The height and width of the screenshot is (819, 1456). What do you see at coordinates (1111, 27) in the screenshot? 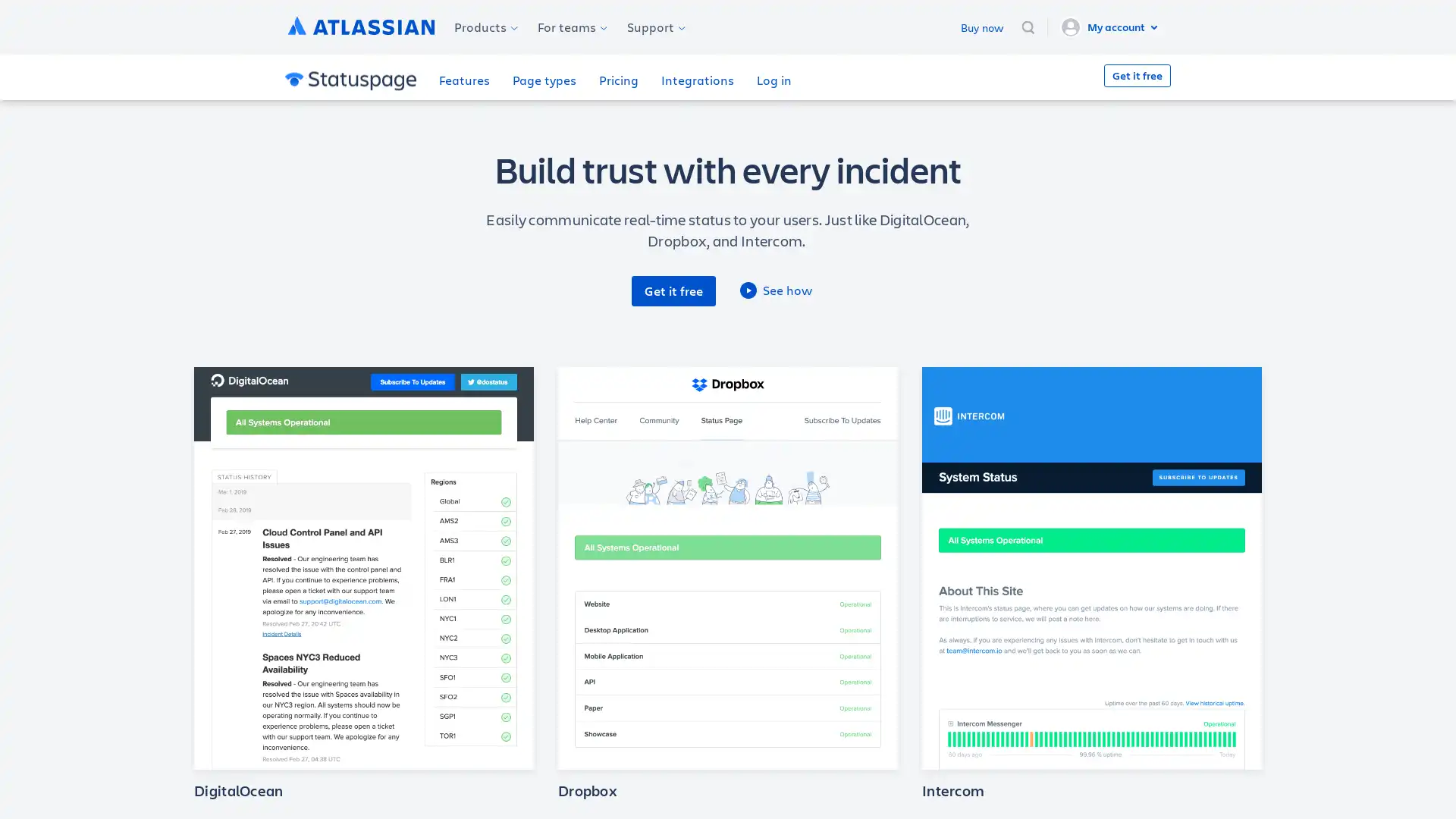
I see `My account open` at bounding box center [1111, 27].